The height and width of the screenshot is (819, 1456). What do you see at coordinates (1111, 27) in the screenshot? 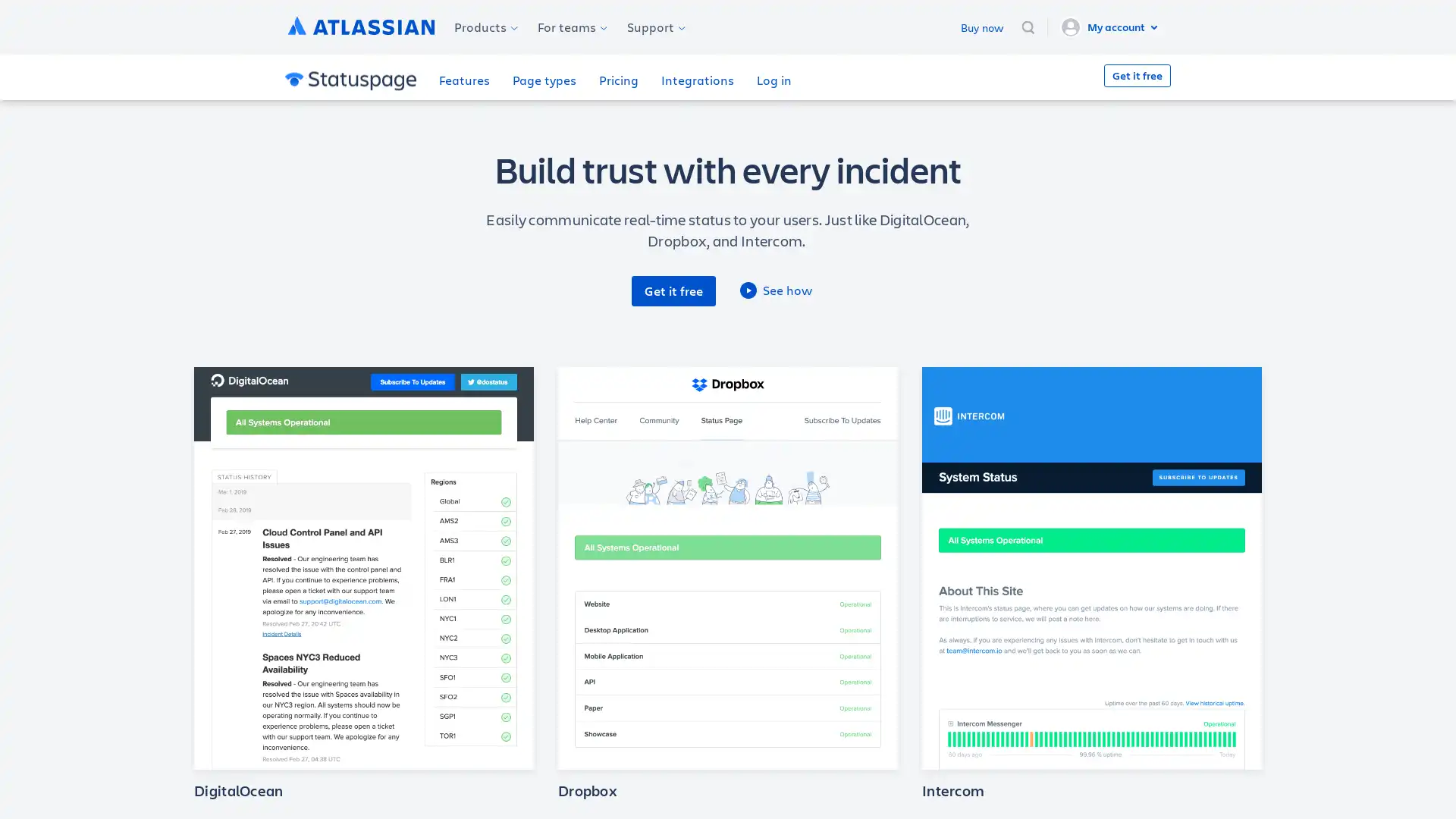
I see `My account open` at bounding box center [1111, 27].